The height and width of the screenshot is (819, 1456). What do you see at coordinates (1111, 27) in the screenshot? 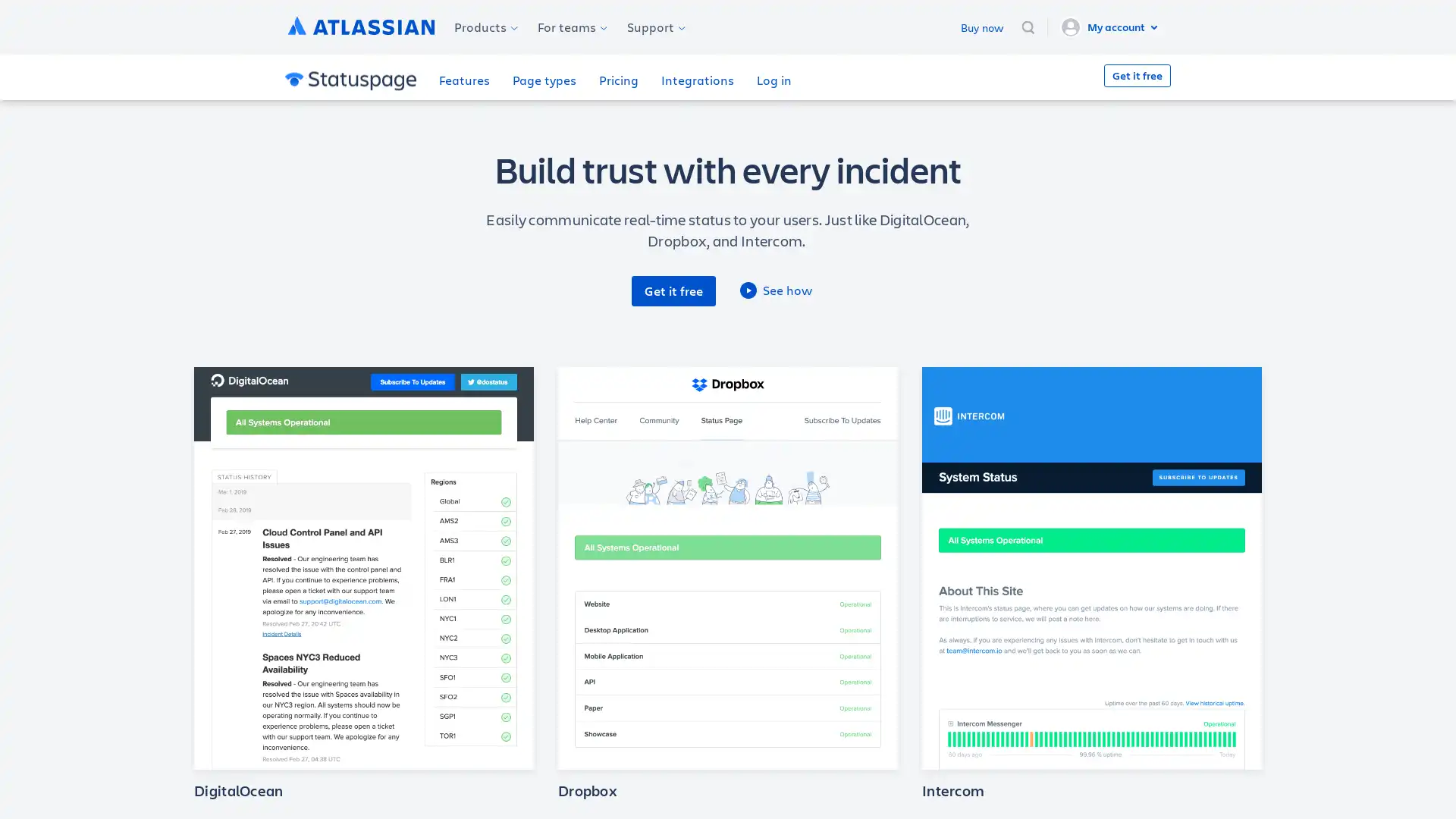
I see `My account open` at bounding box center [1111, 27].